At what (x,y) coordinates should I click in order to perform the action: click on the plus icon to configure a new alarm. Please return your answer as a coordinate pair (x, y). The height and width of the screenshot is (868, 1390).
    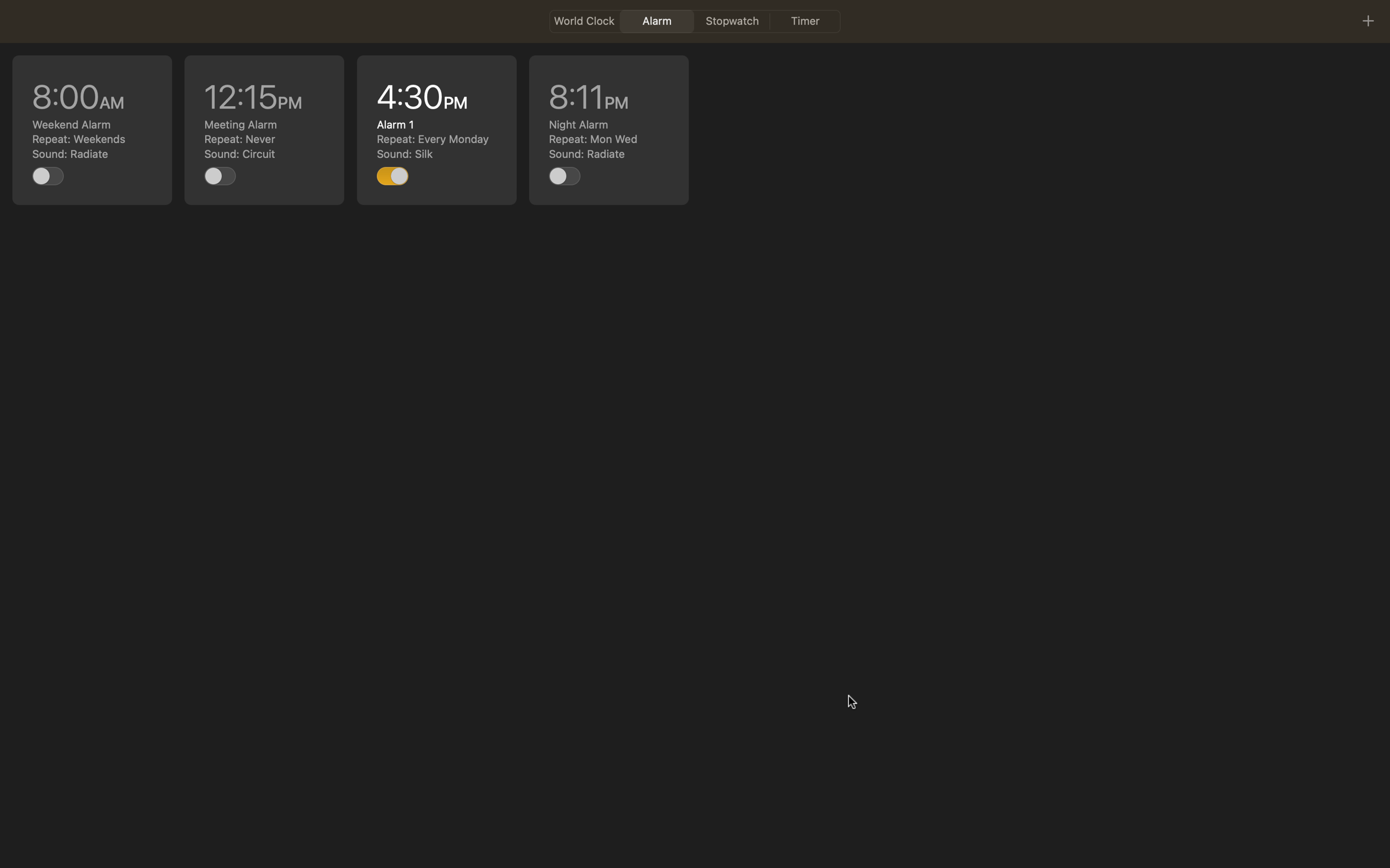
    Looking at the image, I should click on (1367, 20).